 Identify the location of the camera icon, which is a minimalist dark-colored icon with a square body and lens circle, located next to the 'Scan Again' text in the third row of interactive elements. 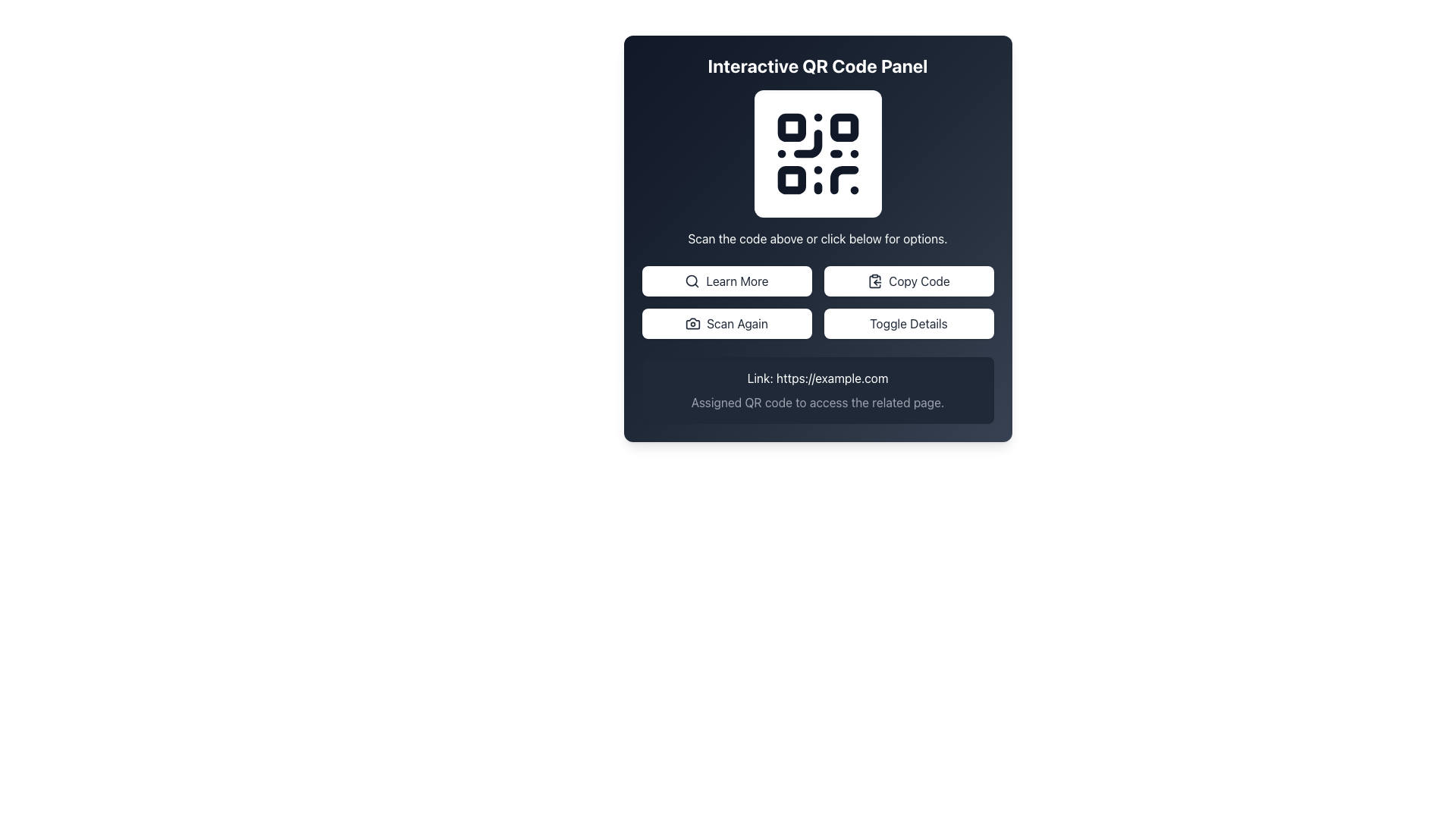
(692, 323).